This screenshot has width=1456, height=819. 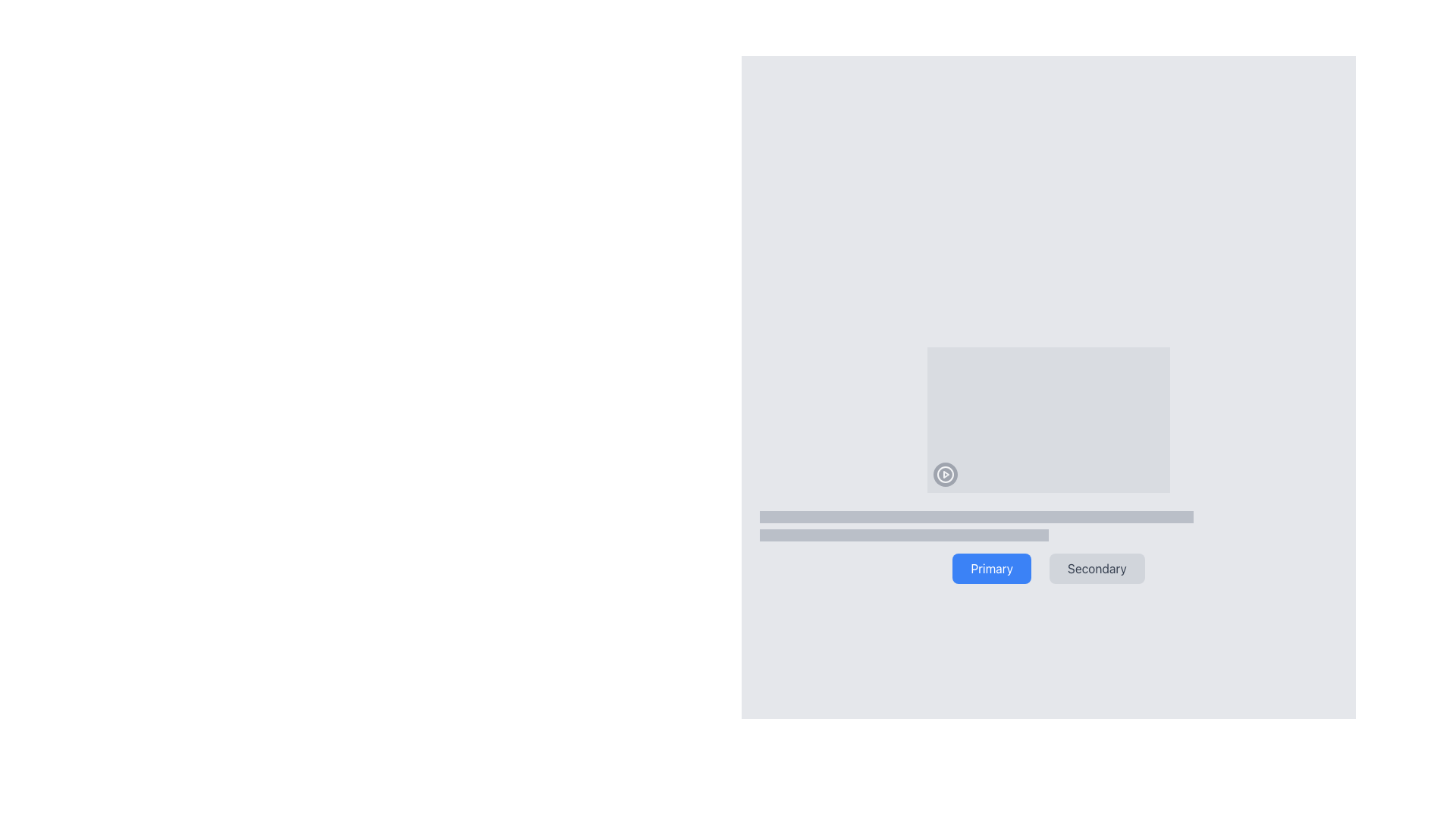 I want to click on the Skeleton loader placeholder, which consists of two vertically stacked gray bars with a pulsating animation effect, located above the 'Primary' and 'Secondary' buttons, so click(x=1047, y=526).